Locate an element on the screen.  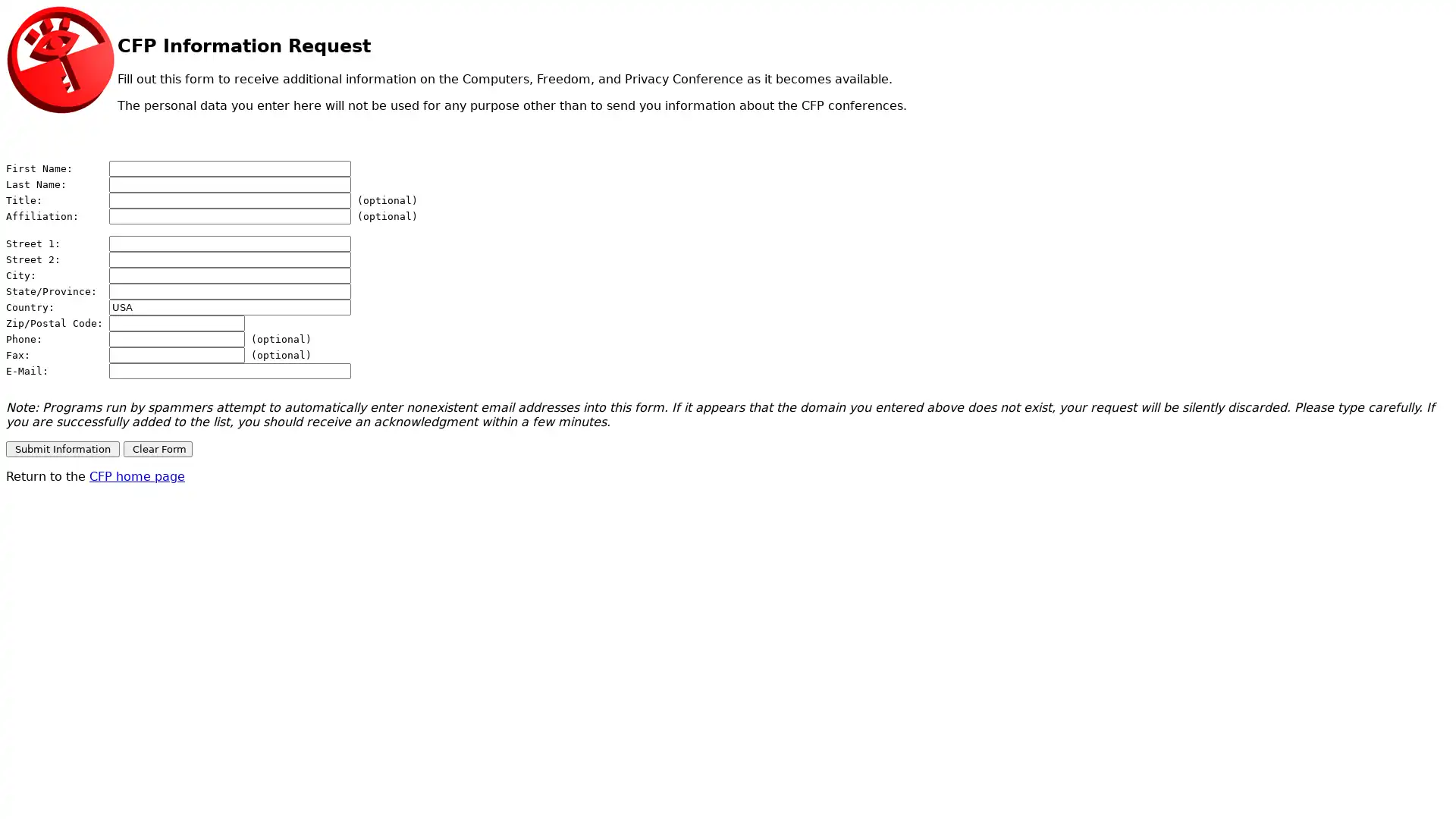
Clear Form is located at coordinates (158, 447).